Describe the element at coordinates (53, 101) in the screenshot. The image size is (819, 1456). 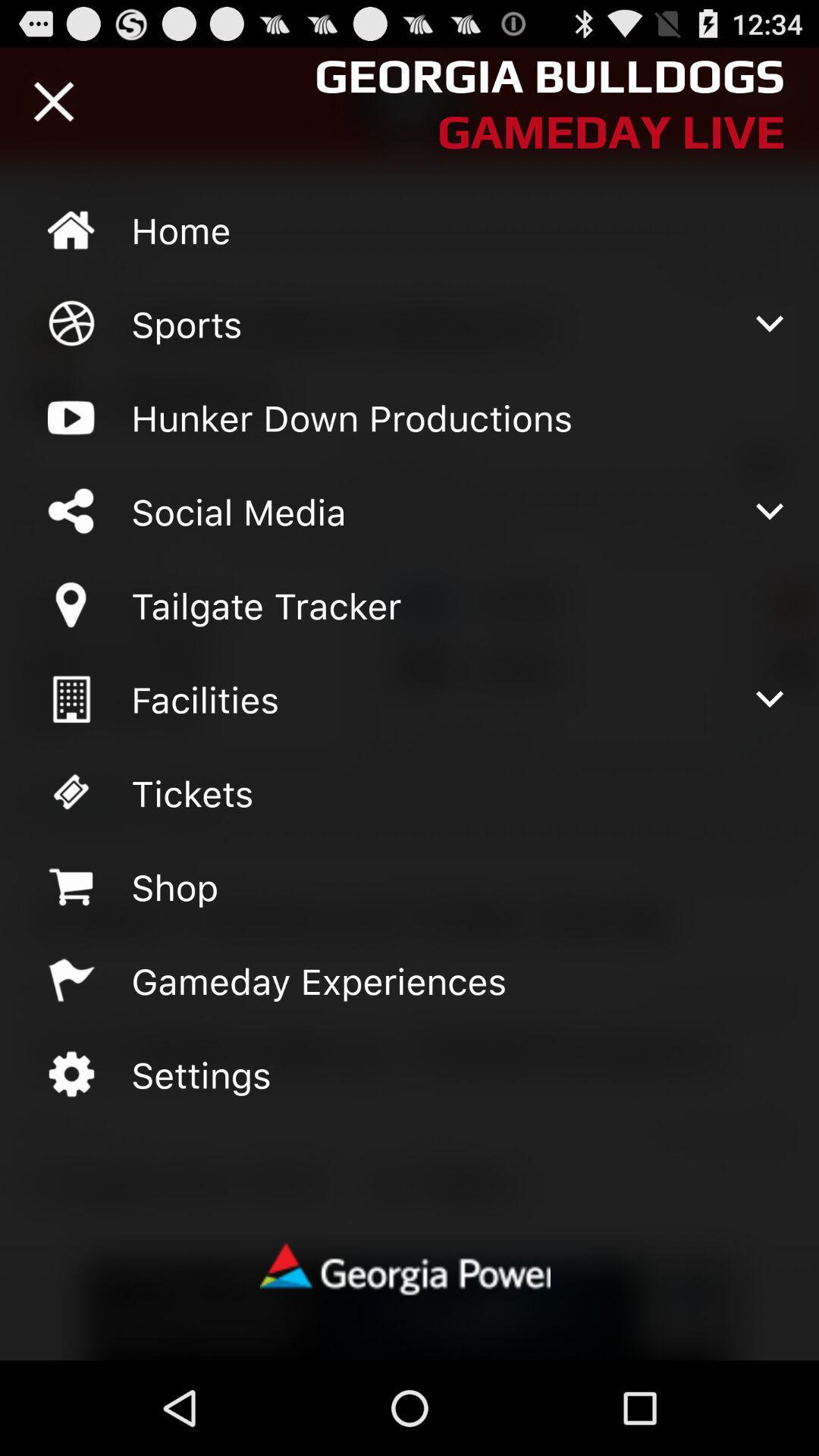
I see `closes menu` at that location.